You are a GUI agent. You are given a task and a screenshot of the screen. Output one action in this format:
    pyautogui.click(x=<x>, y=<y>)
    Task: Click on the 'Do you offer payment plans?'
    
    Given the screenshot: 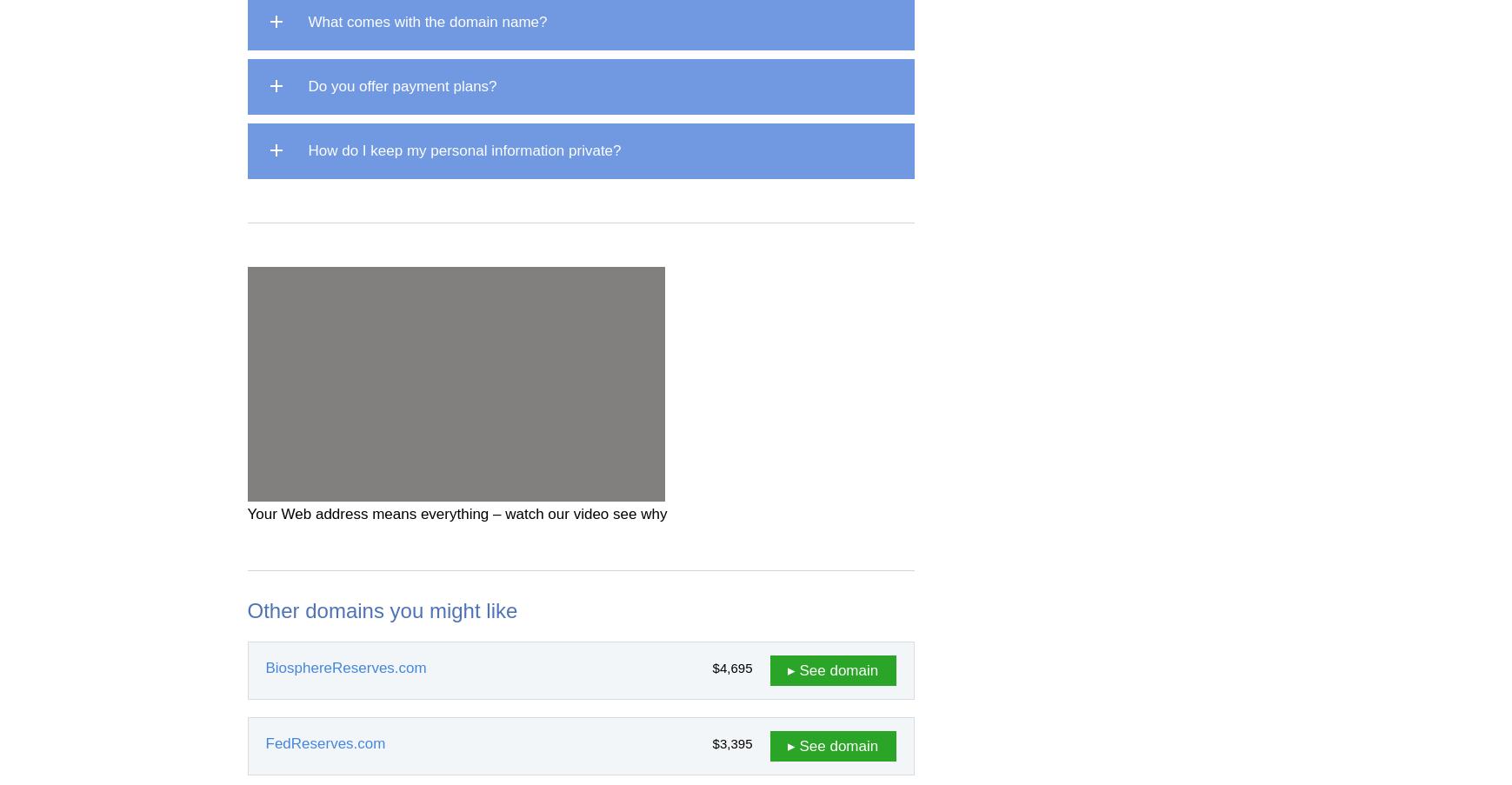 What is the action you would take?
    pyautogui.click(x=402, y=86)
    